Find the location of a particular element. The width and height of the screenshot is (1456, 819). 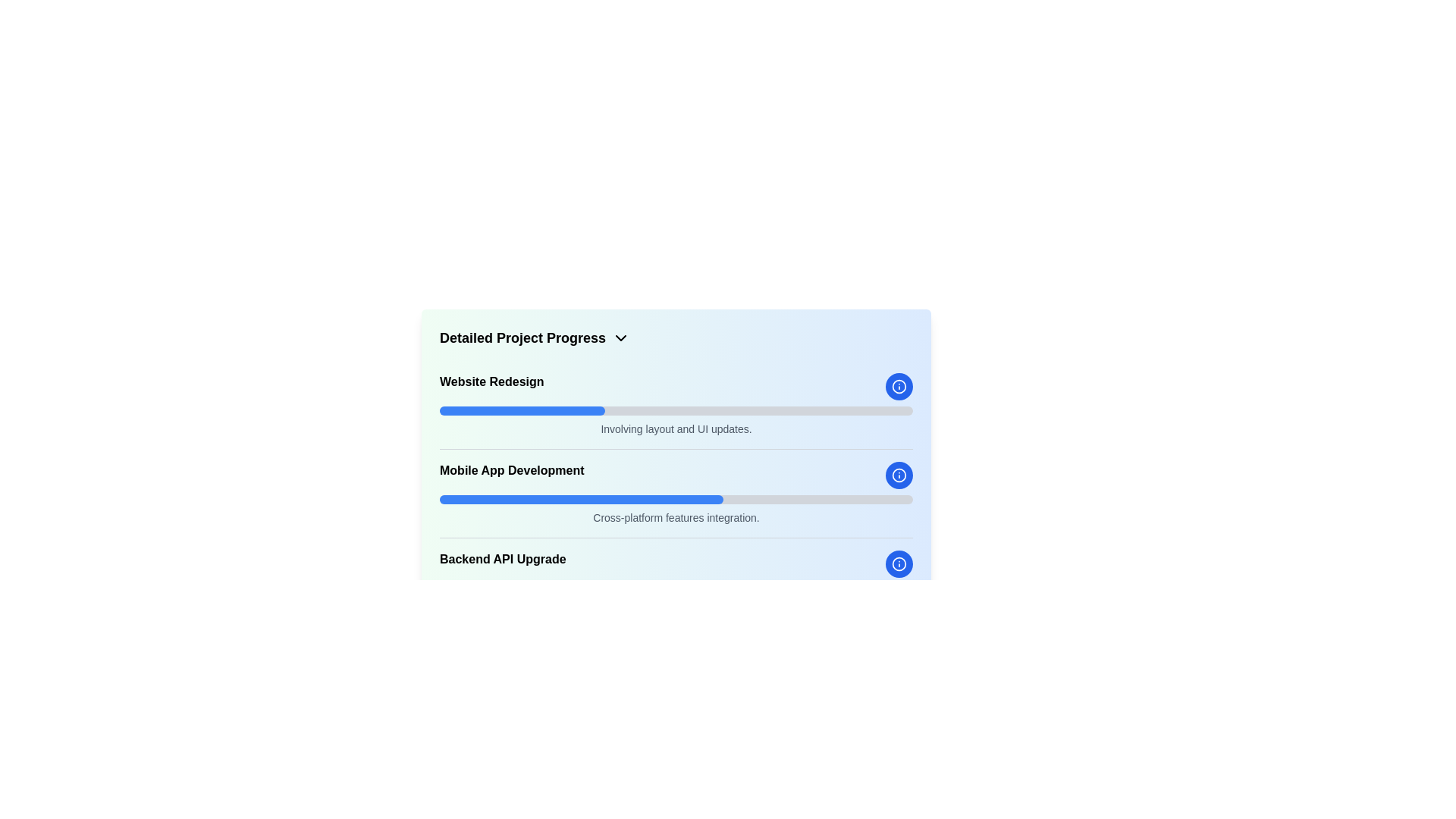

progress bar value is located at coordinates (595, 500).